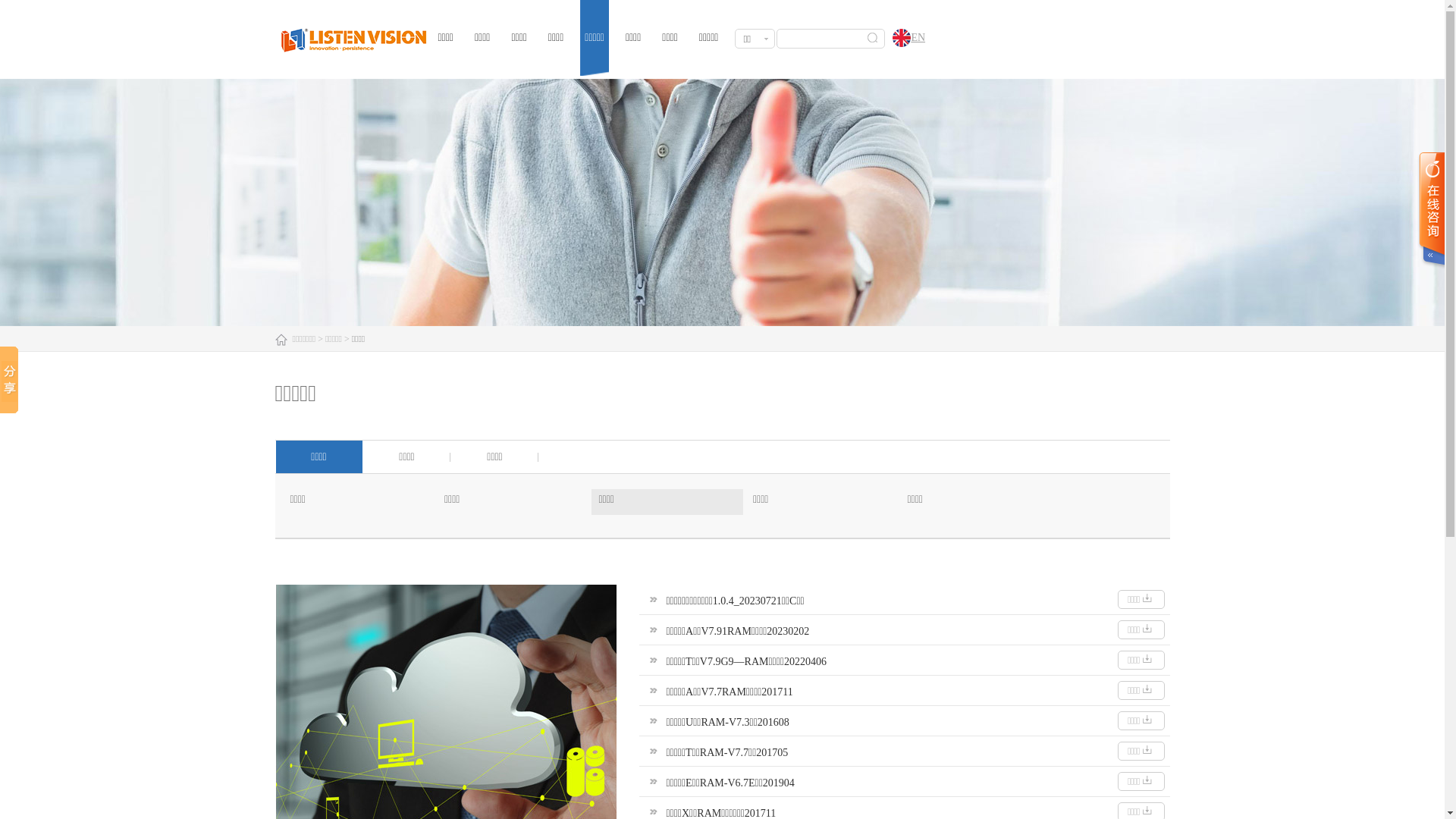 This screenshot has width=1456, height=819. Describe the element at coordinates (884, 38) in the screenshot. I see `'EN'` at that location.